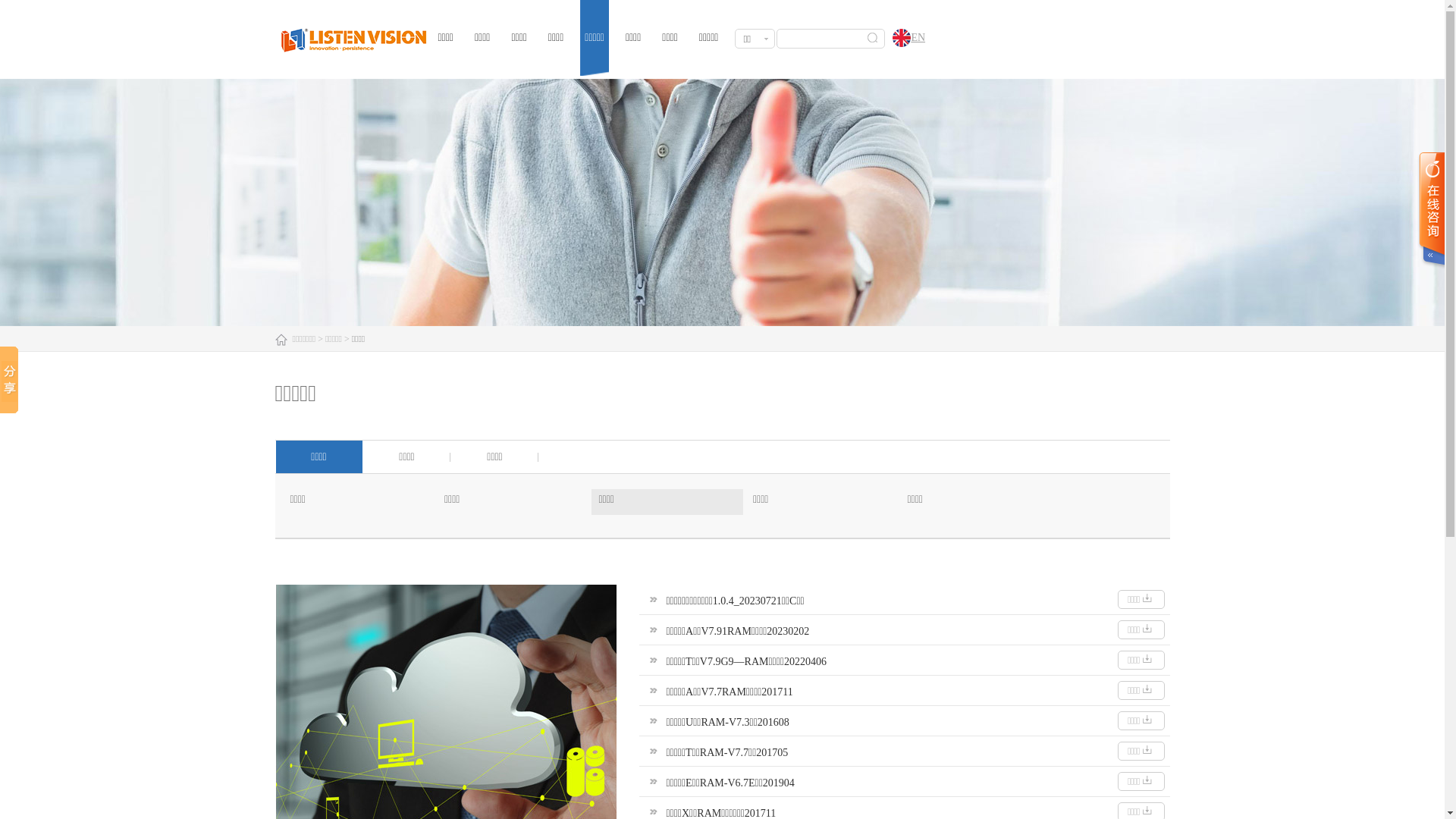 This screenshot has width=1456, height=819. Describe the element at coordinates (884, 38) in the screenshot. I see `'EN'` at that location.